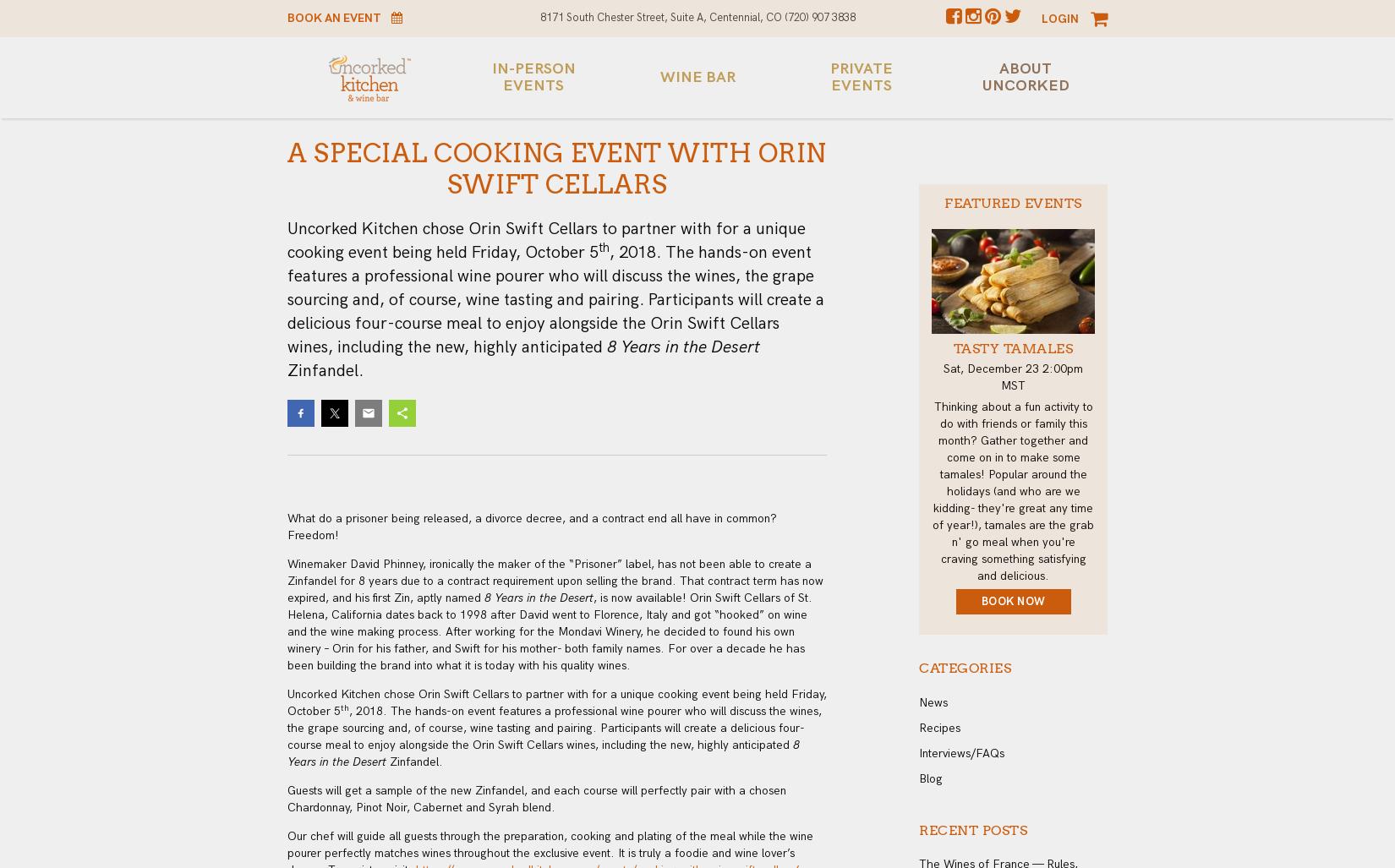  Describe the element at coordinates (696, 76) in the screenshot. I see `'Wine Bar'` at that location.